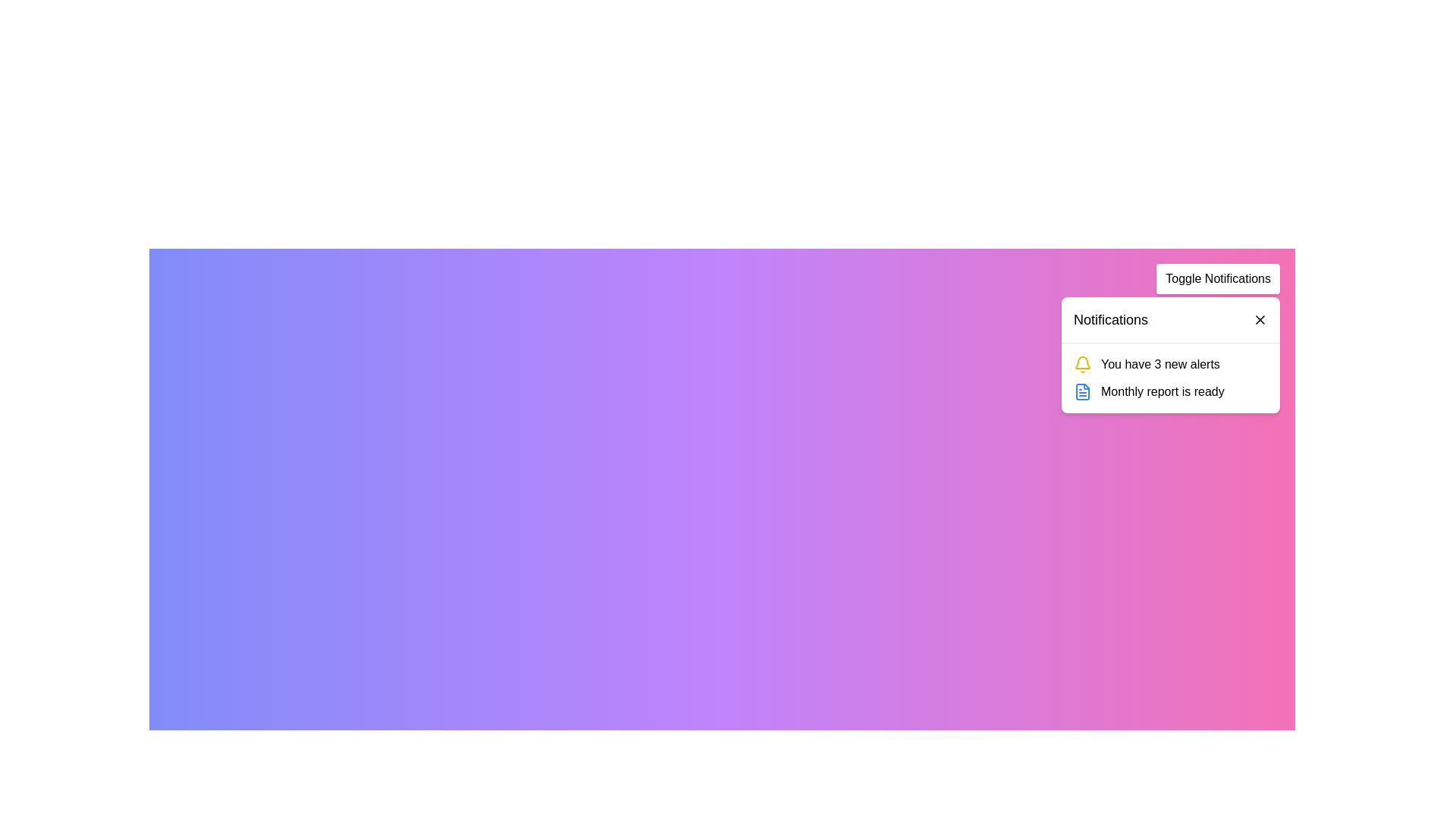 This screenshot has width=1456, height=819. What do you see at coordinates (1110, 318) in the screenshot?
I see `text label that displays 'Notifications' within the notification panel, positioned on the left side and aligned with the close button` at bounding box center [1110, 318].